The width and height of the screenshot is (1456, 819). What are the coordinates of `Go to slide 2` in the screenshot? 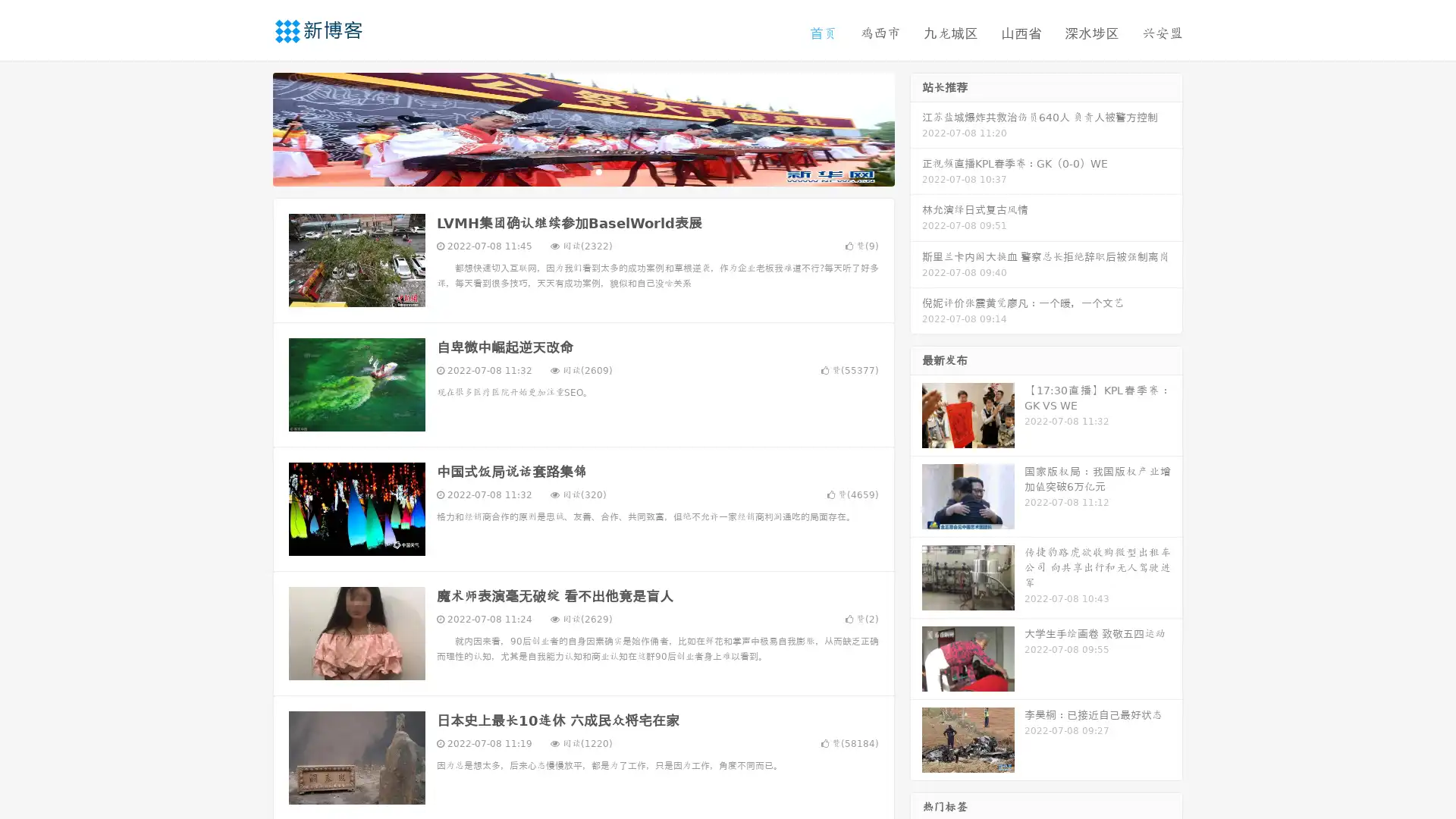 It's located at (582, 171).